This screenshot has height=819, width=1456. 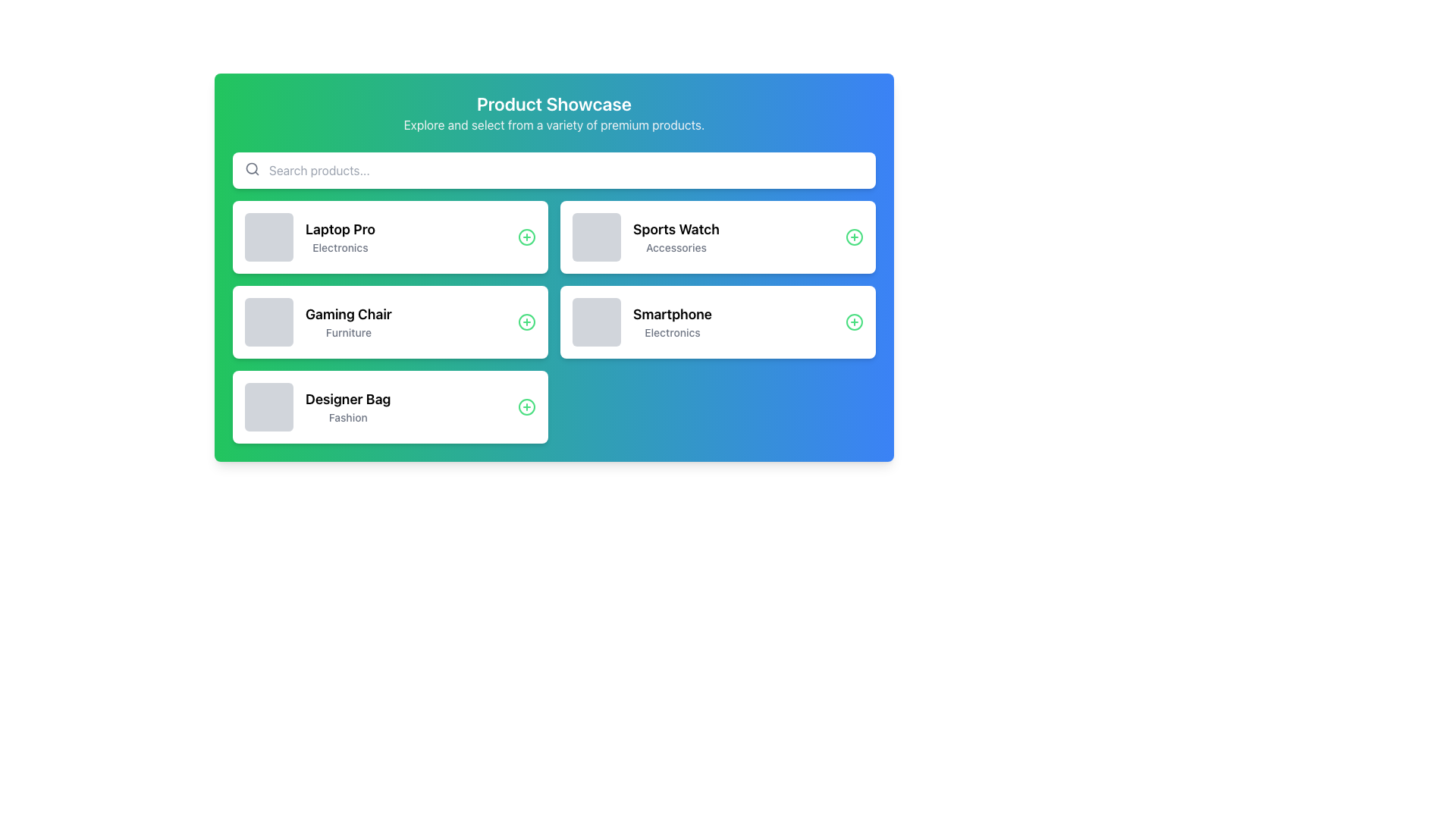 What do you see at coordinates (855, 321) in the screenshot?
I see `the interactive button located in the top-right corner of the 'Smartphone Electronics' card` at bounding box center [855, 321].